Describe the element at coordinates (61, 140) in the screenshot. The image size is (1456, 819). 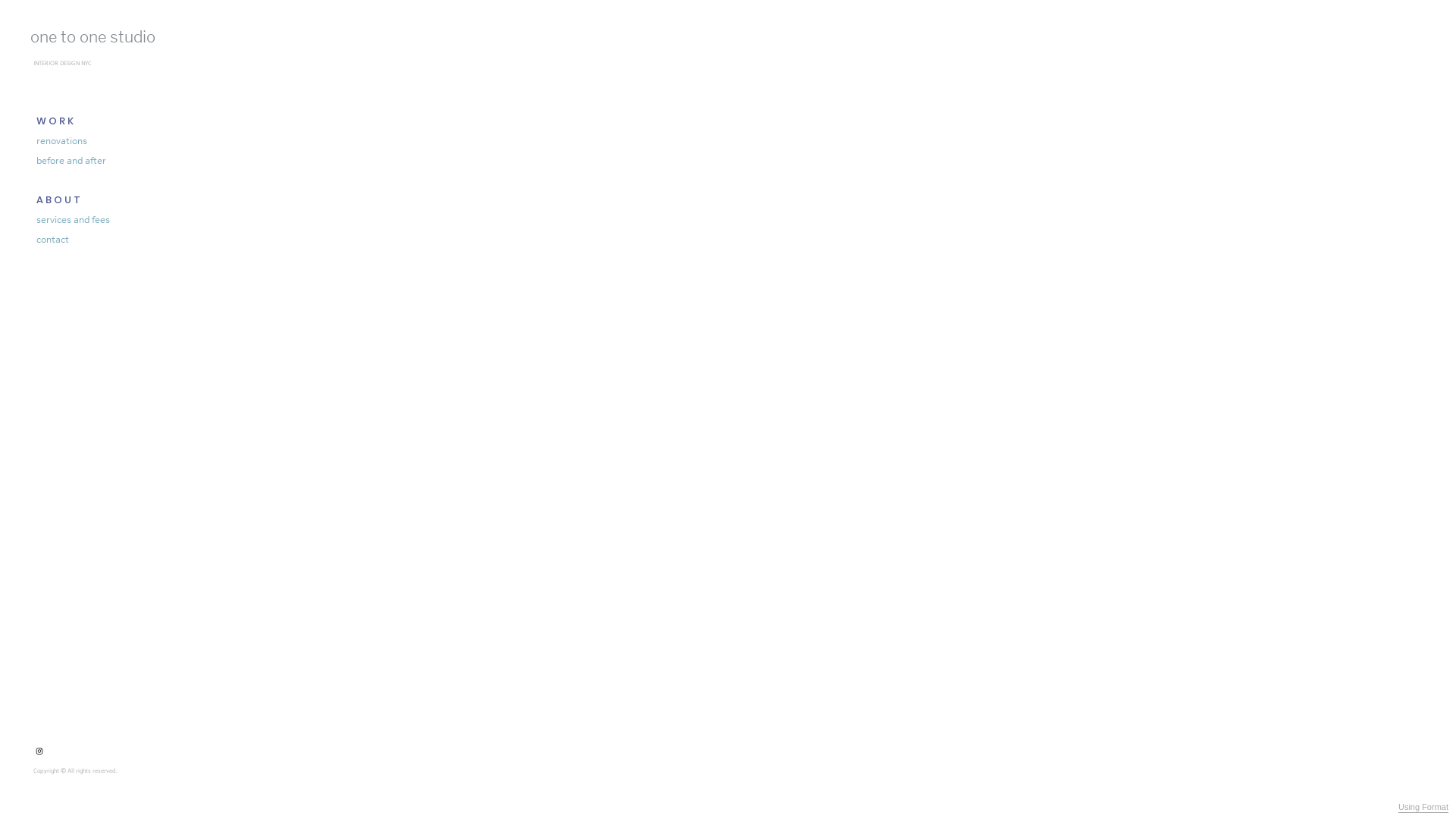
I see `'renovations'` at that location.